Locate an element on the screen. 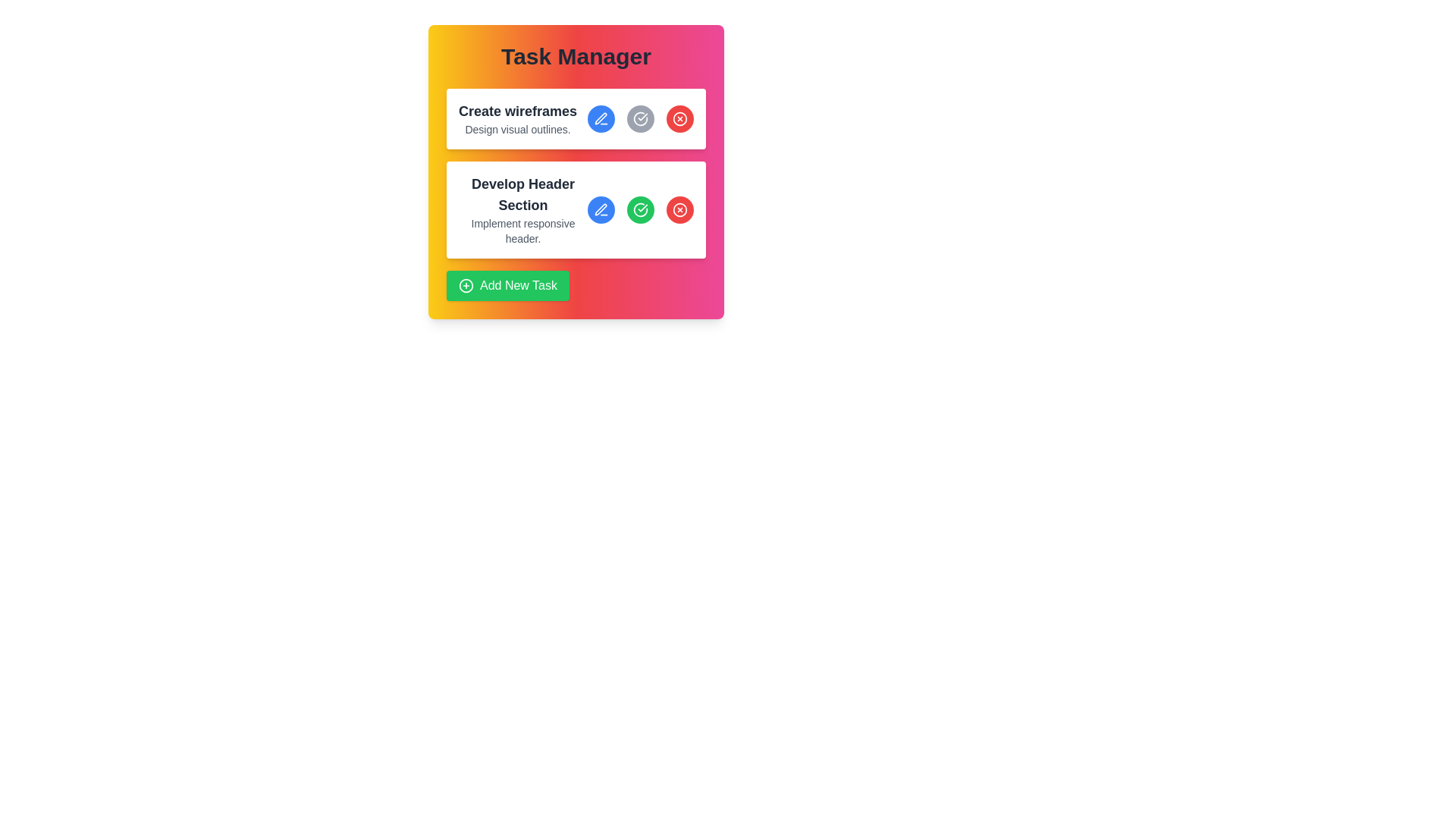 This screenshot has height=819, width=1456. the middle button in the second task card, located to the left of the red 'X' button, to change its appearance is located at coordinates (640, 210).